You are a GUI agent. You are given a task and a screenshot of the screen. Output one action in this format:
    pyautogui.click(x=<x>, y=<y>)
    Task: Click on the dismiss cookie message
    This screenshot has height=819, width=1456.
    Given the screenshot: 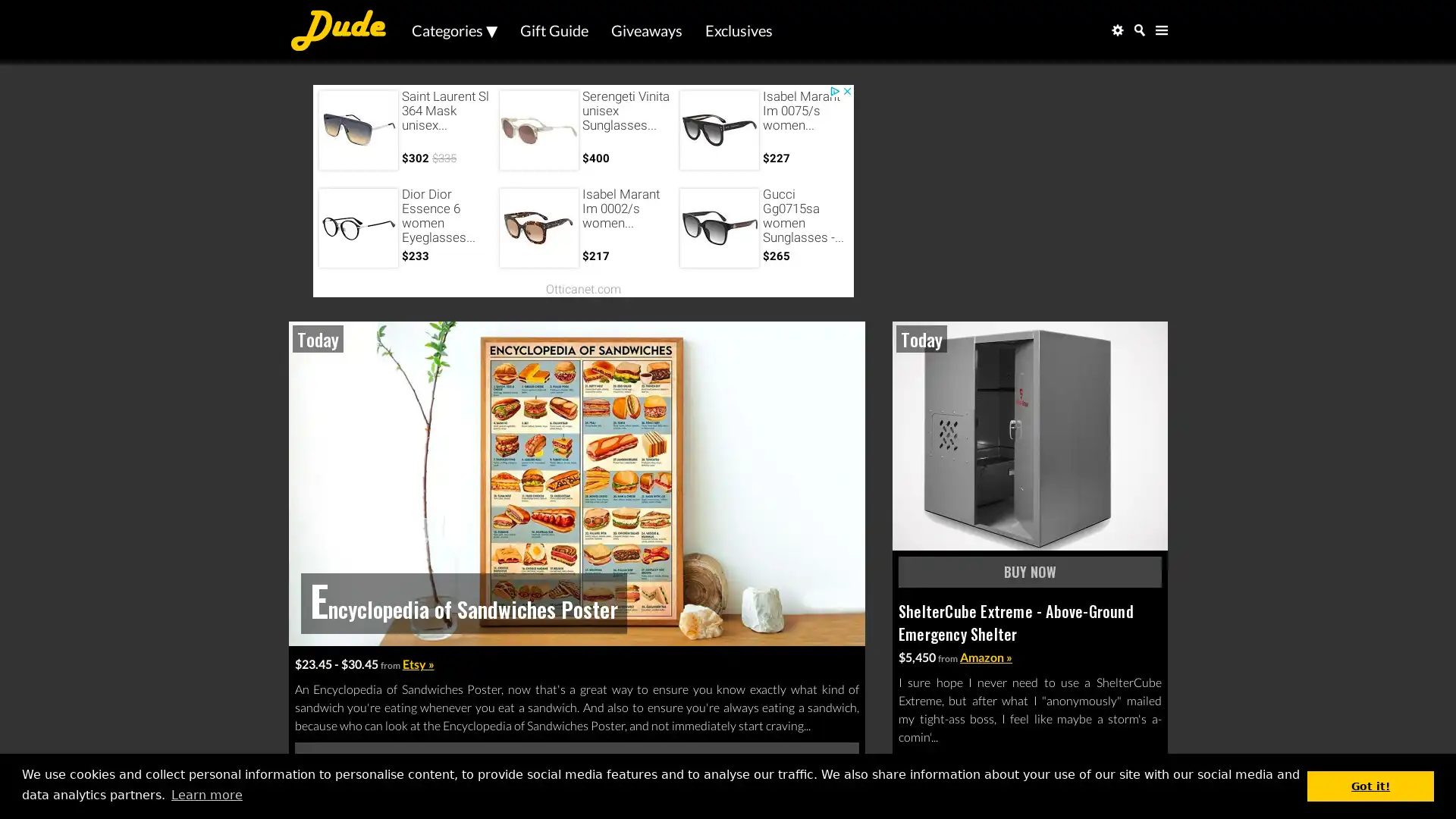 What is the action you would take?
    pyautogui.click(x=1370, y=785)
    